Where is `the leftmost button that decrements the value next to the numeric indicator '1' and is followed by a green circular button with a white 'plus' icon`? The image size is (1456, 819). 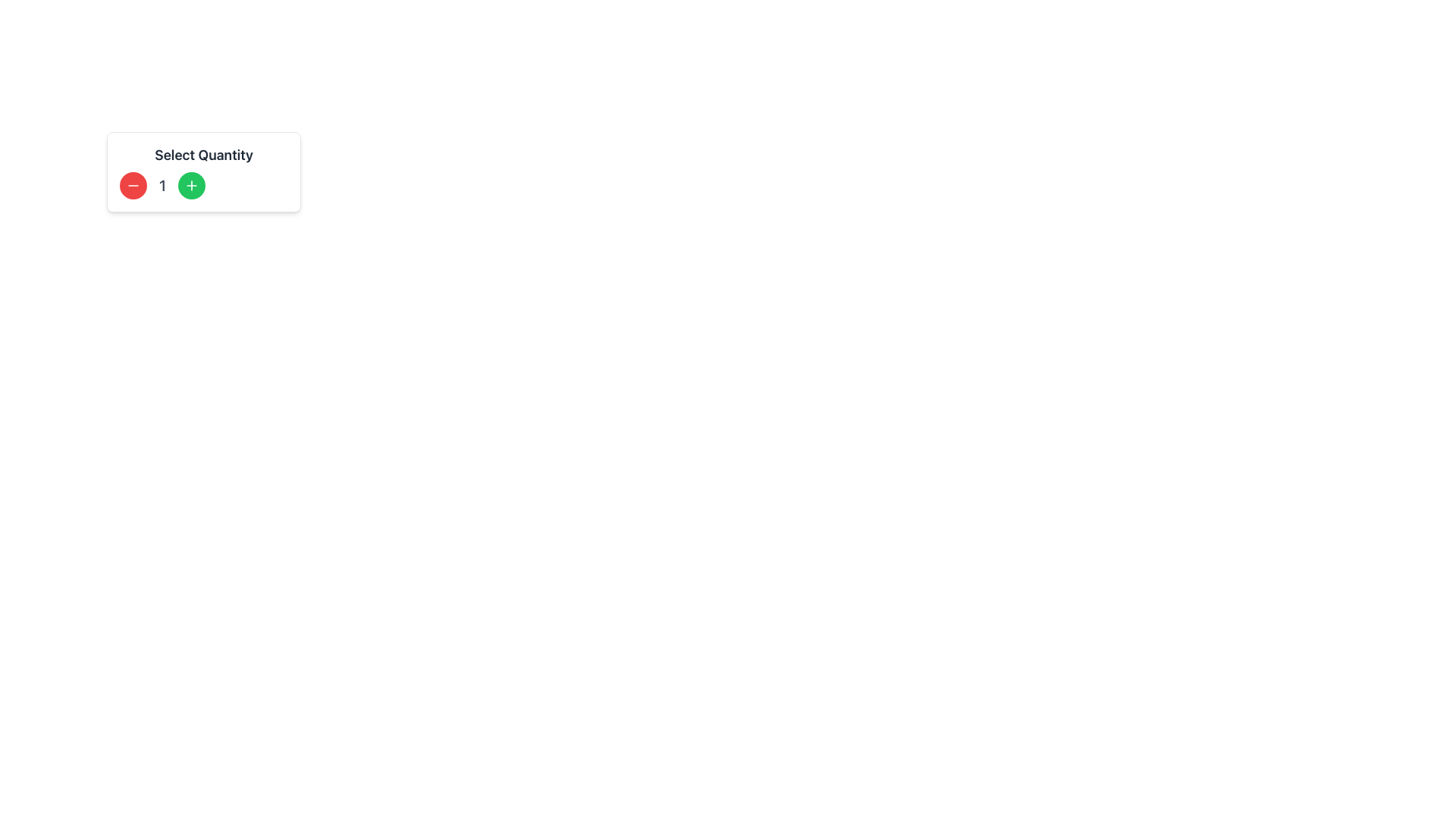
the leftmost button that decrements the value next to the numeric indicator '1' and is followed by a green circular button with a white 'plus' icon is located at coordinates (133, 185).